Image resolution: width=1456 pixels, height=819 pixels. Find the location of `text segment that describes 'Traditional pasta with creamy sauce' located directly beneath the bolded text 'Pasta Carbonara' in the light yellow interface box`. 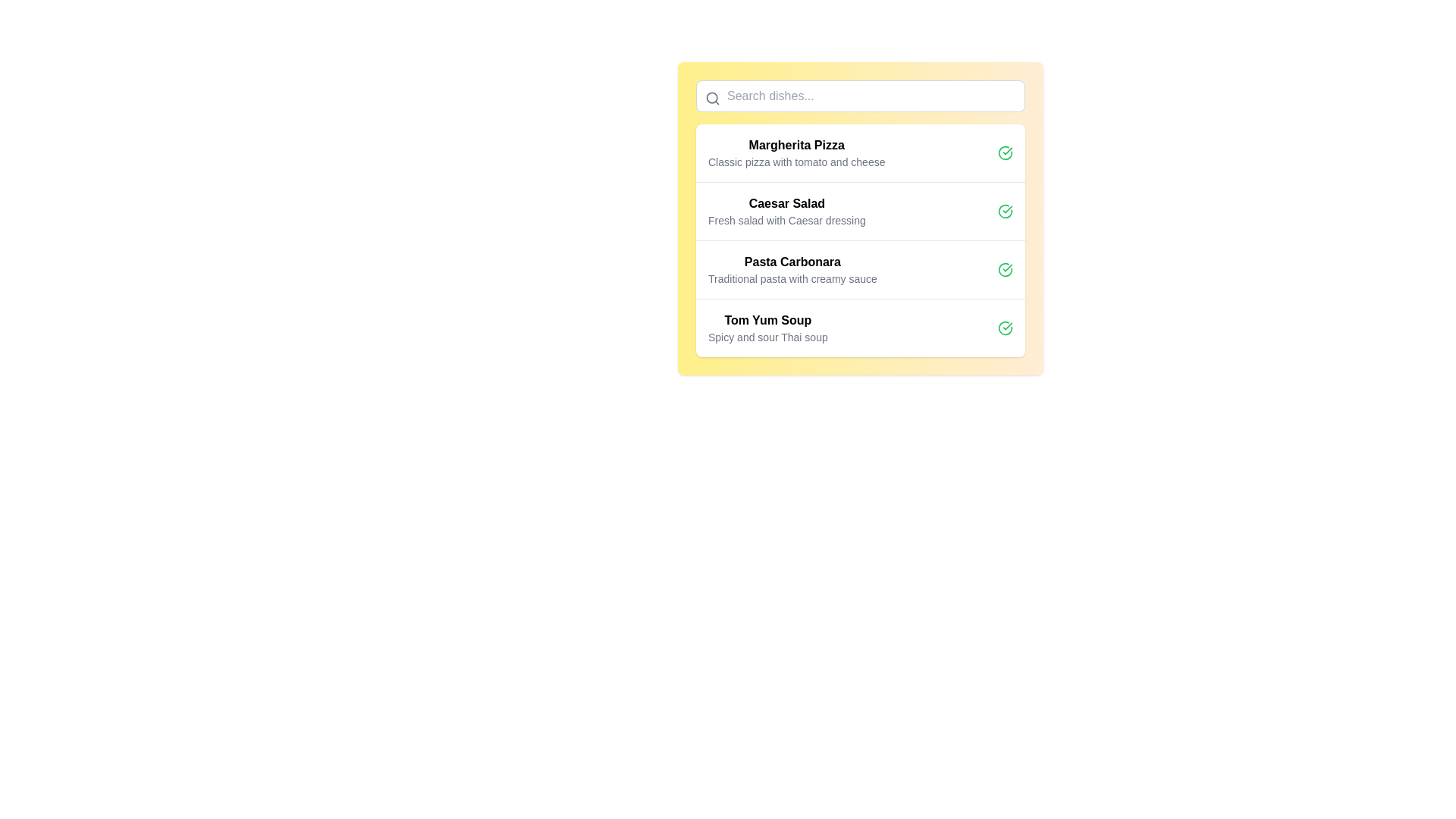

text segment that describes 'Traditional pasta with creamy sauce' located directly beneath the bolded text 'Pasta Carbonara' in the light yellow interface box is located at coordinates (792, 278).